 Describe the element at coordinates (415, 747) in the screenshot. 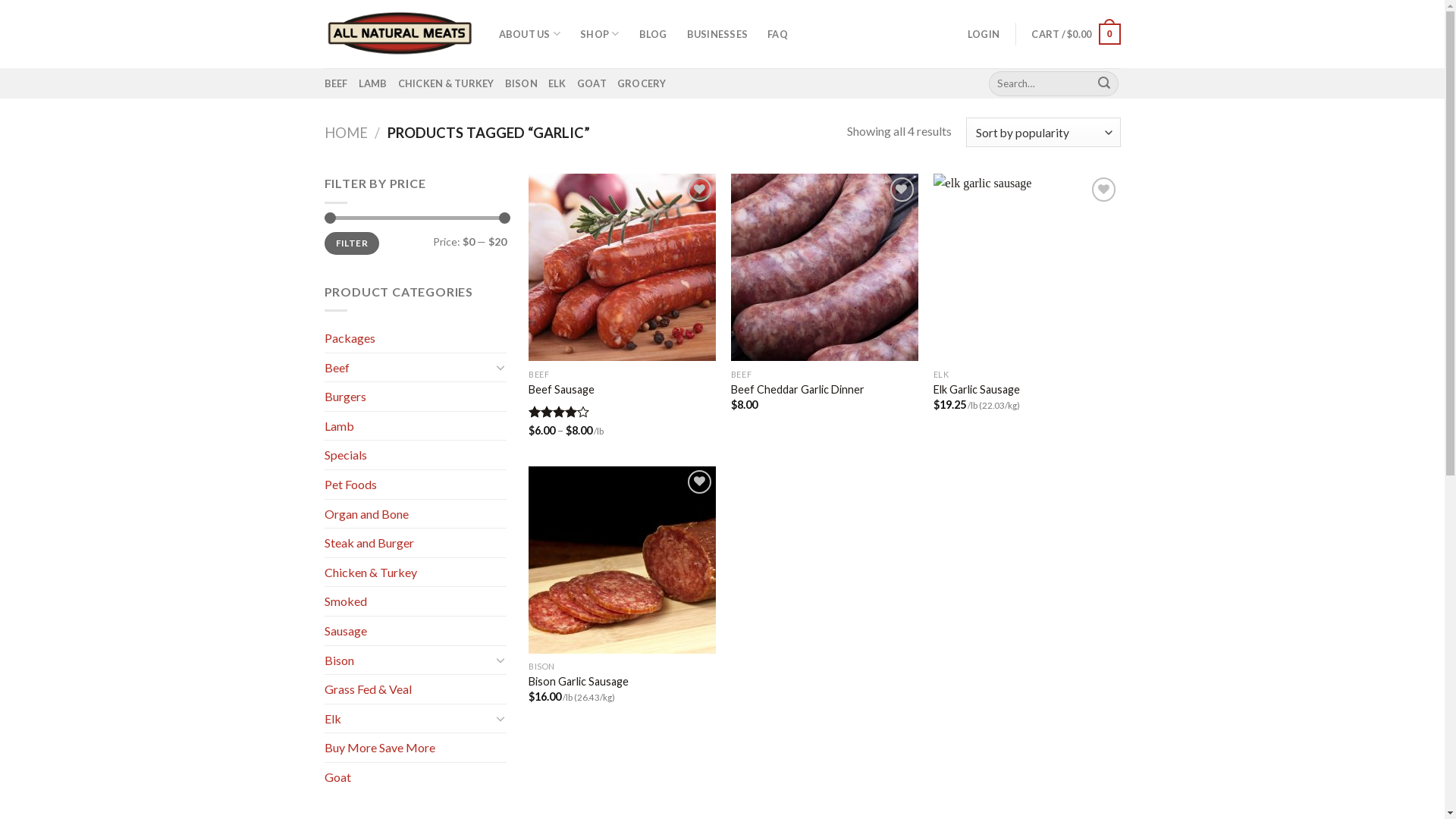

I see `'Buy More Save More'` at that location.